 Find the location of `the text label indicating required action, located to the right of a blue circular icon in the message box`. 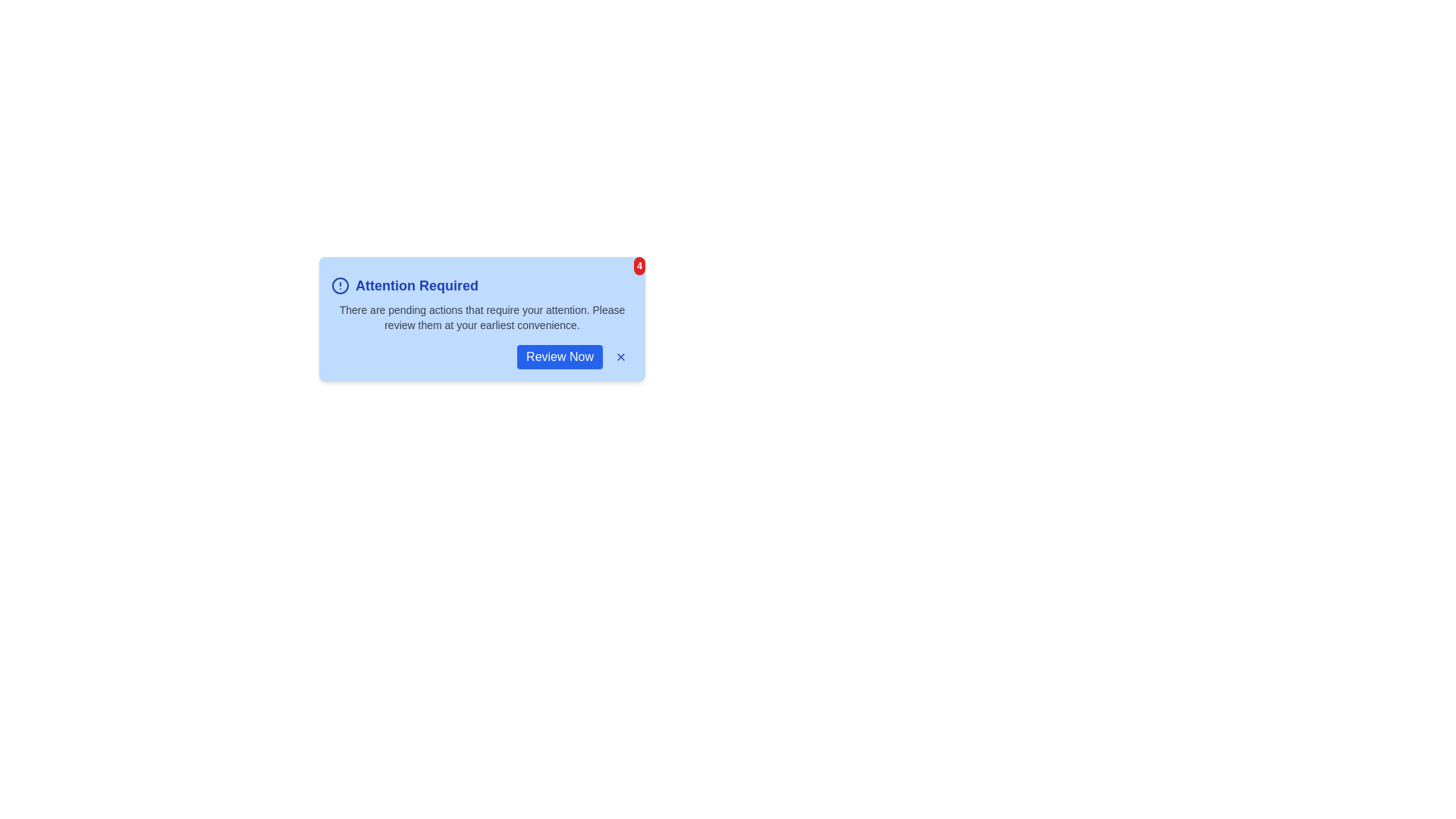

the text label indicating required action, located to the right of a blue circular icon in the message box is located at coordinates (417, 286).